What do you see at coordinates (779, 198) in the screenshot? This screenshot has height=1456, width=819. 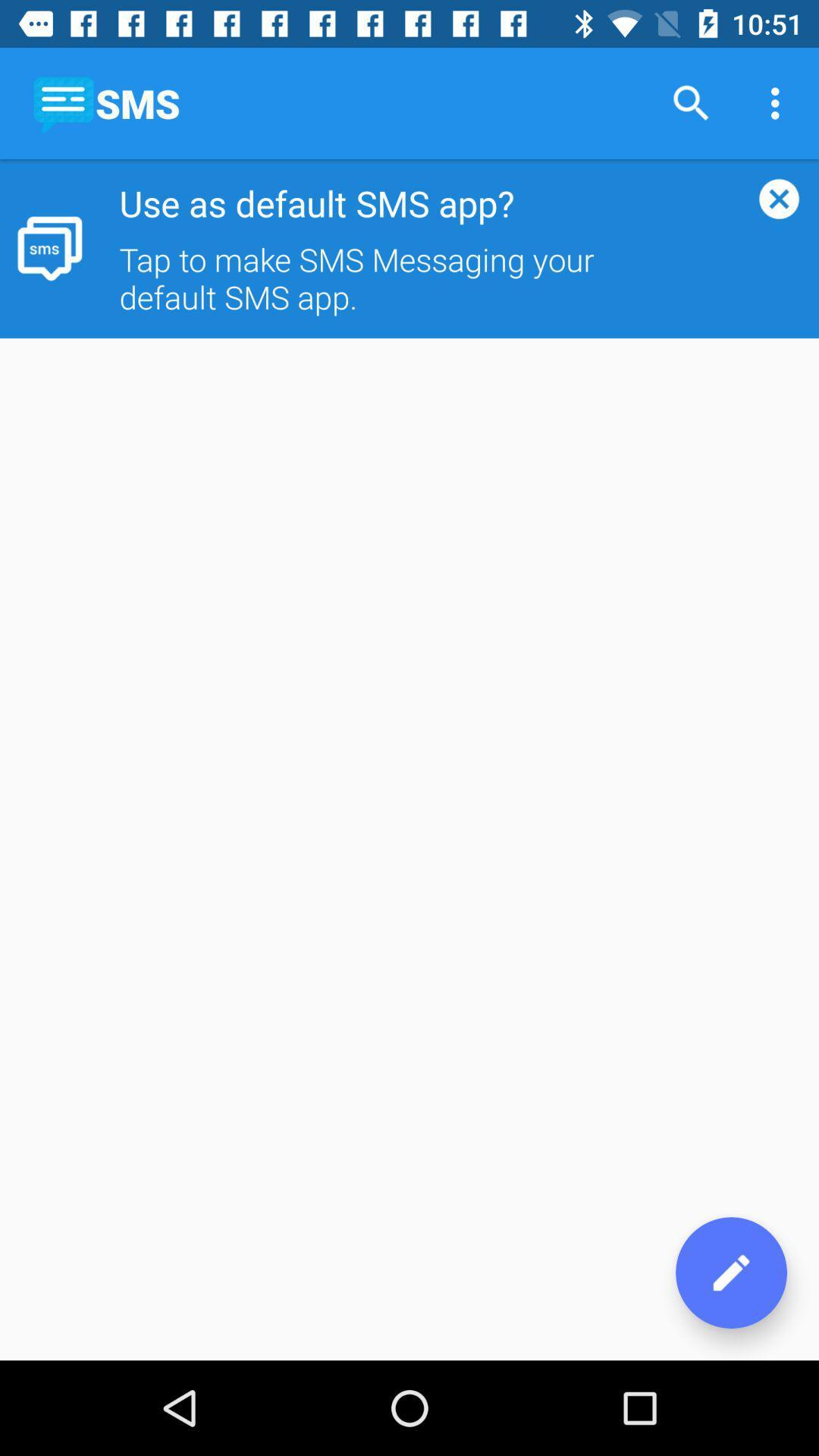 I see `the close icon` at bounding box center [779, 198].